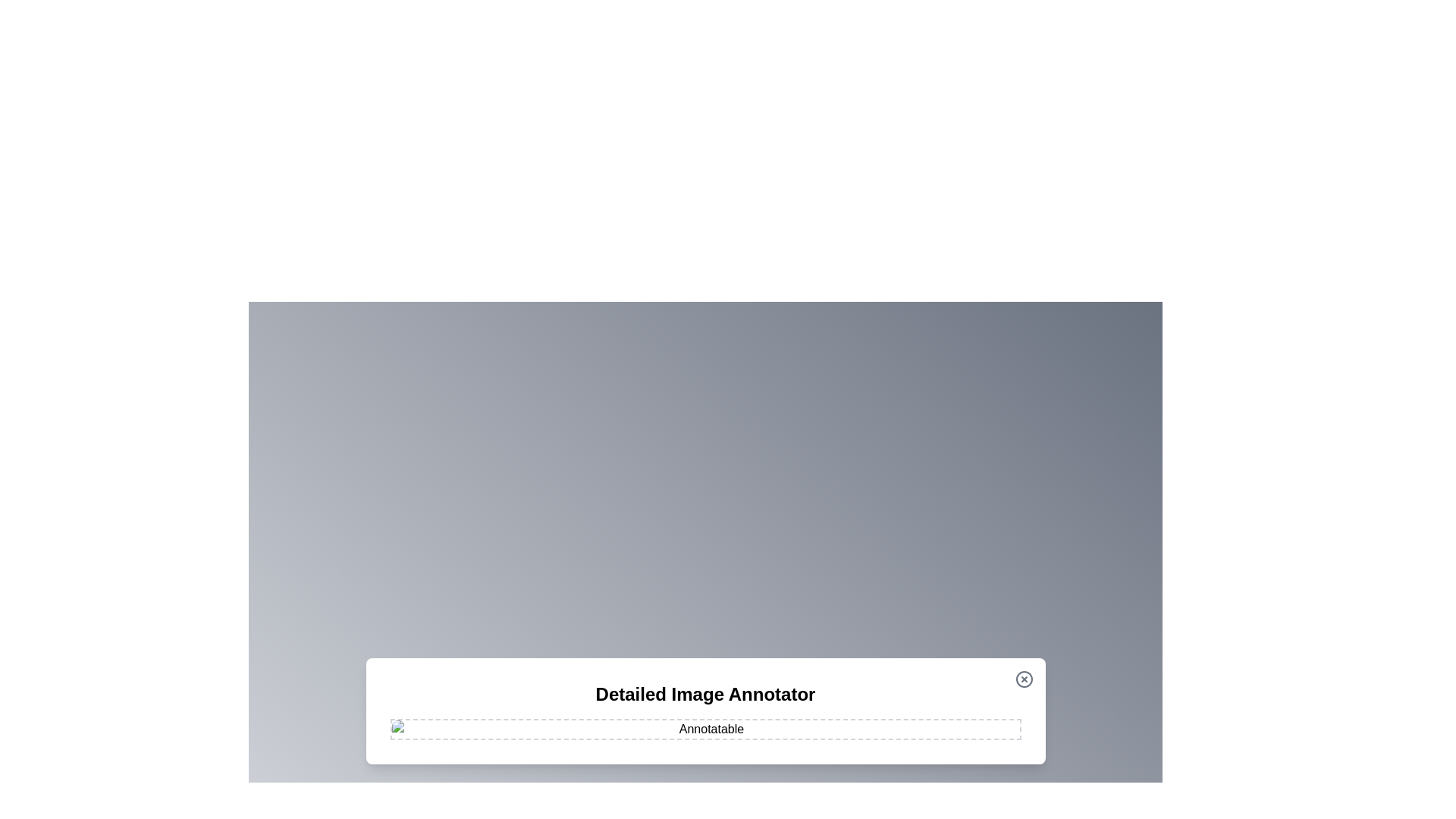  I want to click on the image at coordinates (1001, 958) to add an annotation, so click(759, 725).